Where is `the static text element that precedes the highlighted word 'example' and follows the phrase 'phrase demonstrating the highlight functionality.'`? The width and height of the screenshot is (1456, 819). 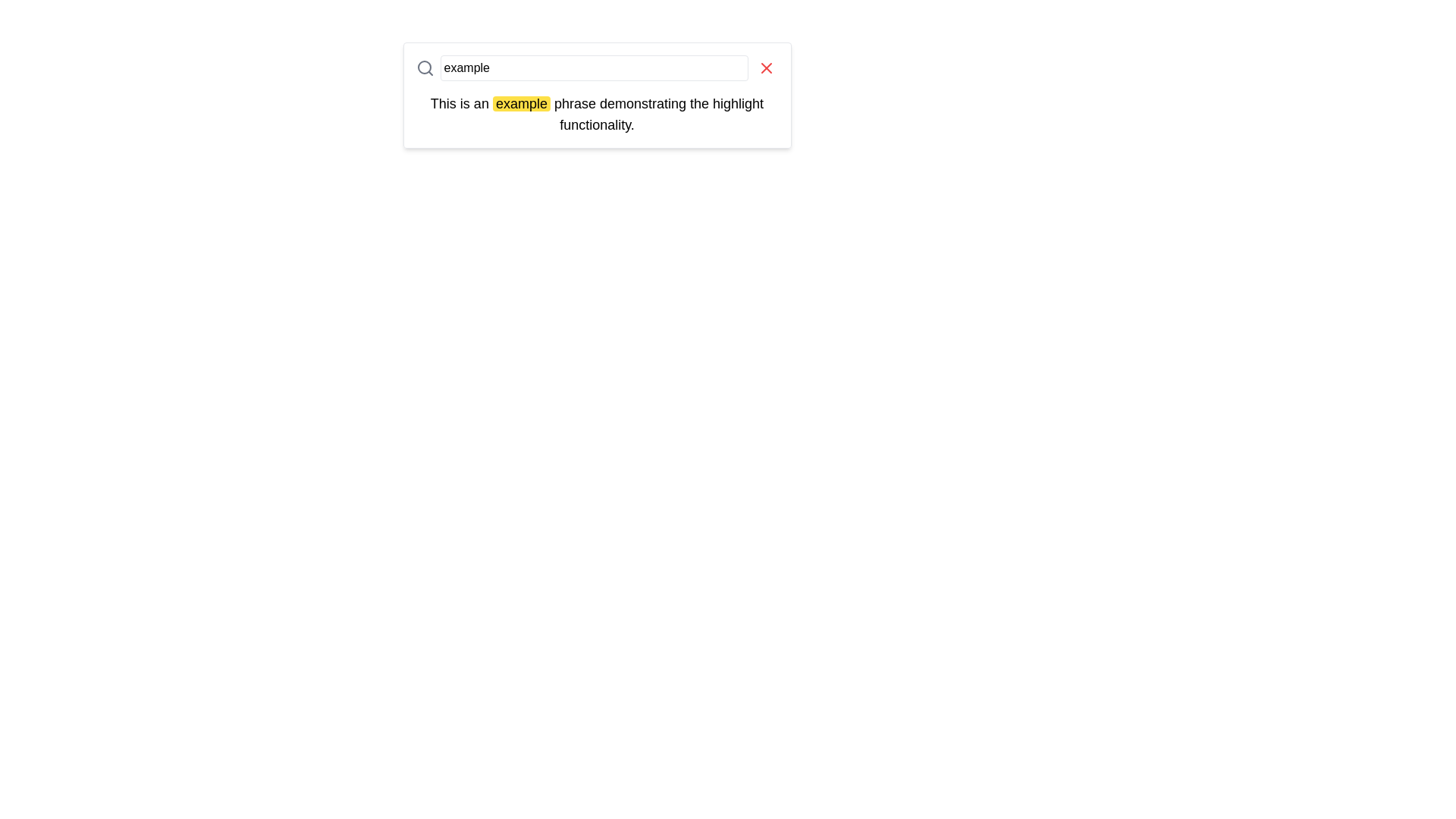 the static text element that precedes the highlighted word 'example' and follows the phrase 'phrase demonstrating the highlight functionality.' is located at coordinates (460, 103).